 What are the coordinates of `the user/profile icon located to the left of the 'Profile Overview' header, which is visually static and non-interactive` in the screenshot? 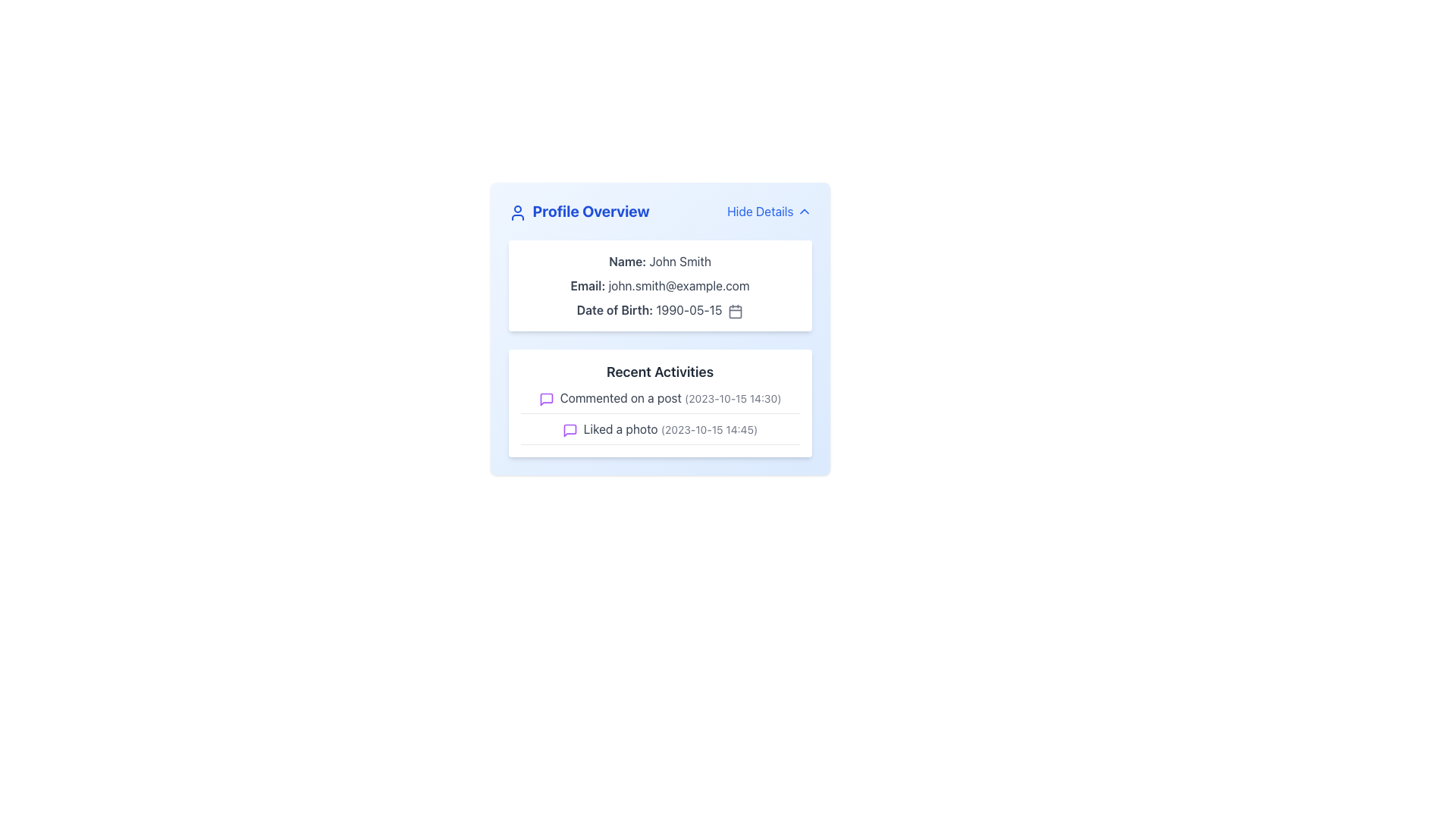 It's located at (517, 212).